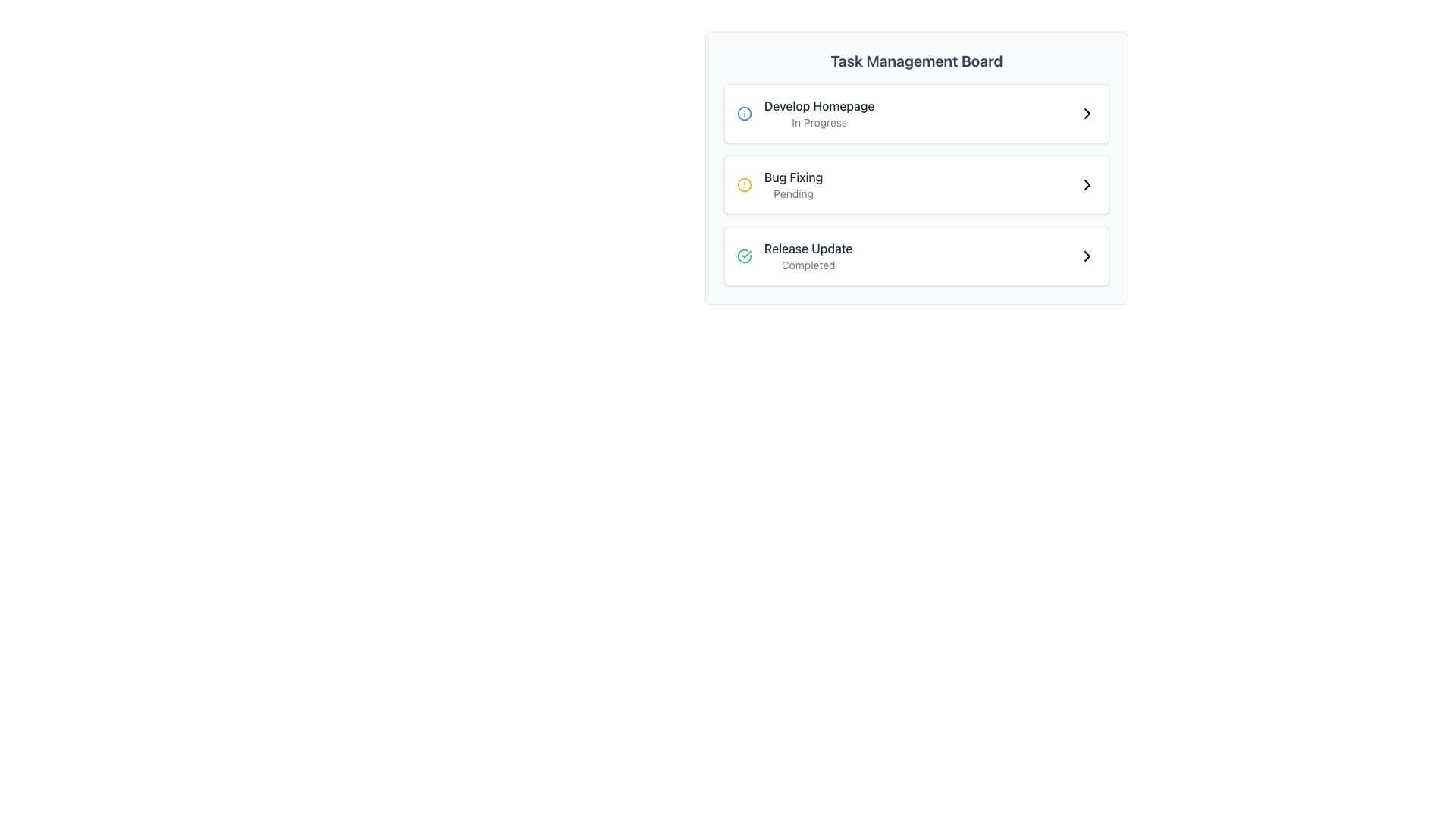 The width and height of the screenshot is (1456, 819). I want to click on the non-interactive text label indicating the status of the 'Release Update' task, located in the bottom-right task card of the task board layout, so click(808, 265).